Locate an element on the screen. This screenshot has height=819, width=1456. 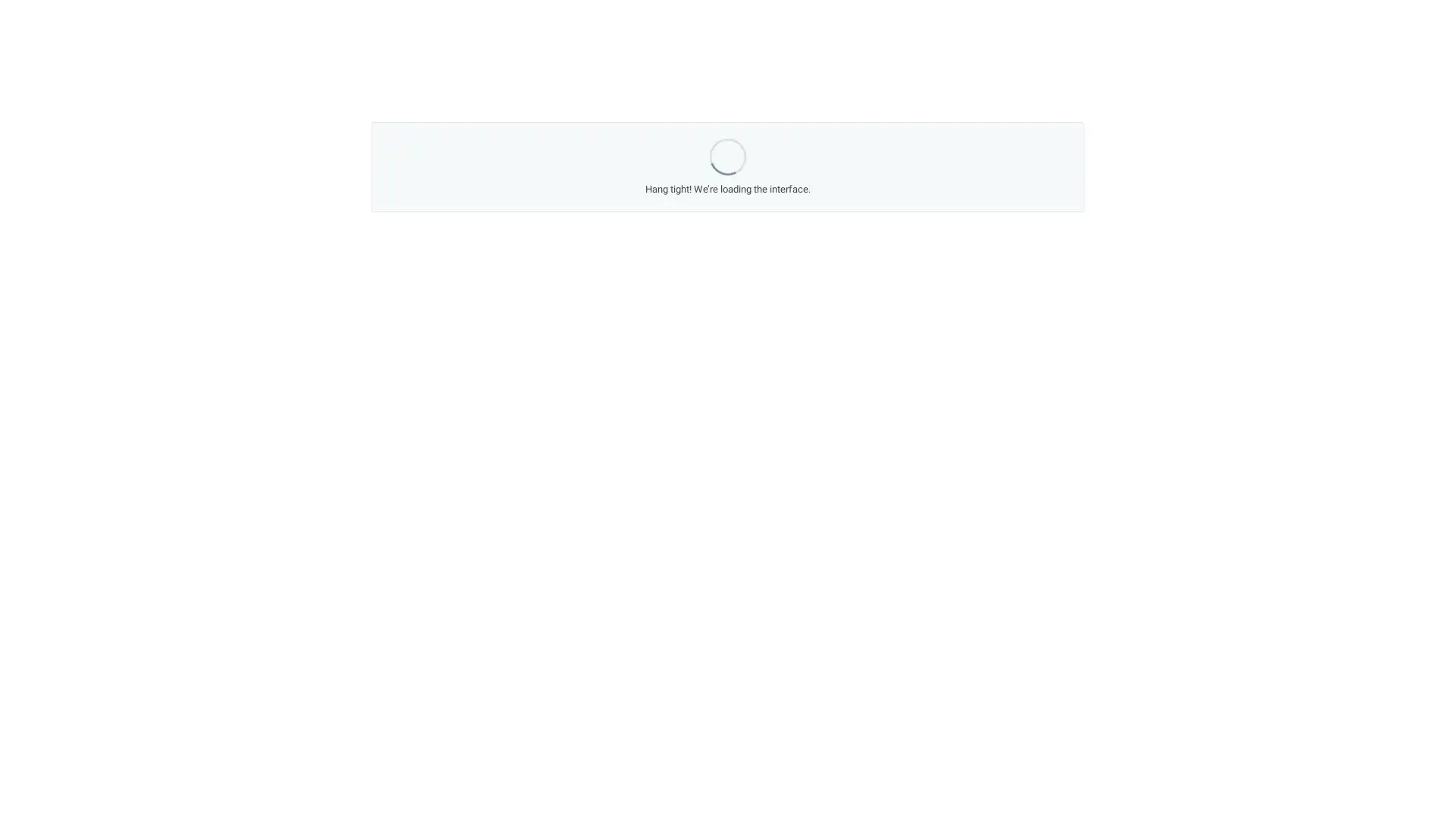
Why don't I need a password? is located at coordinates (642, 327).